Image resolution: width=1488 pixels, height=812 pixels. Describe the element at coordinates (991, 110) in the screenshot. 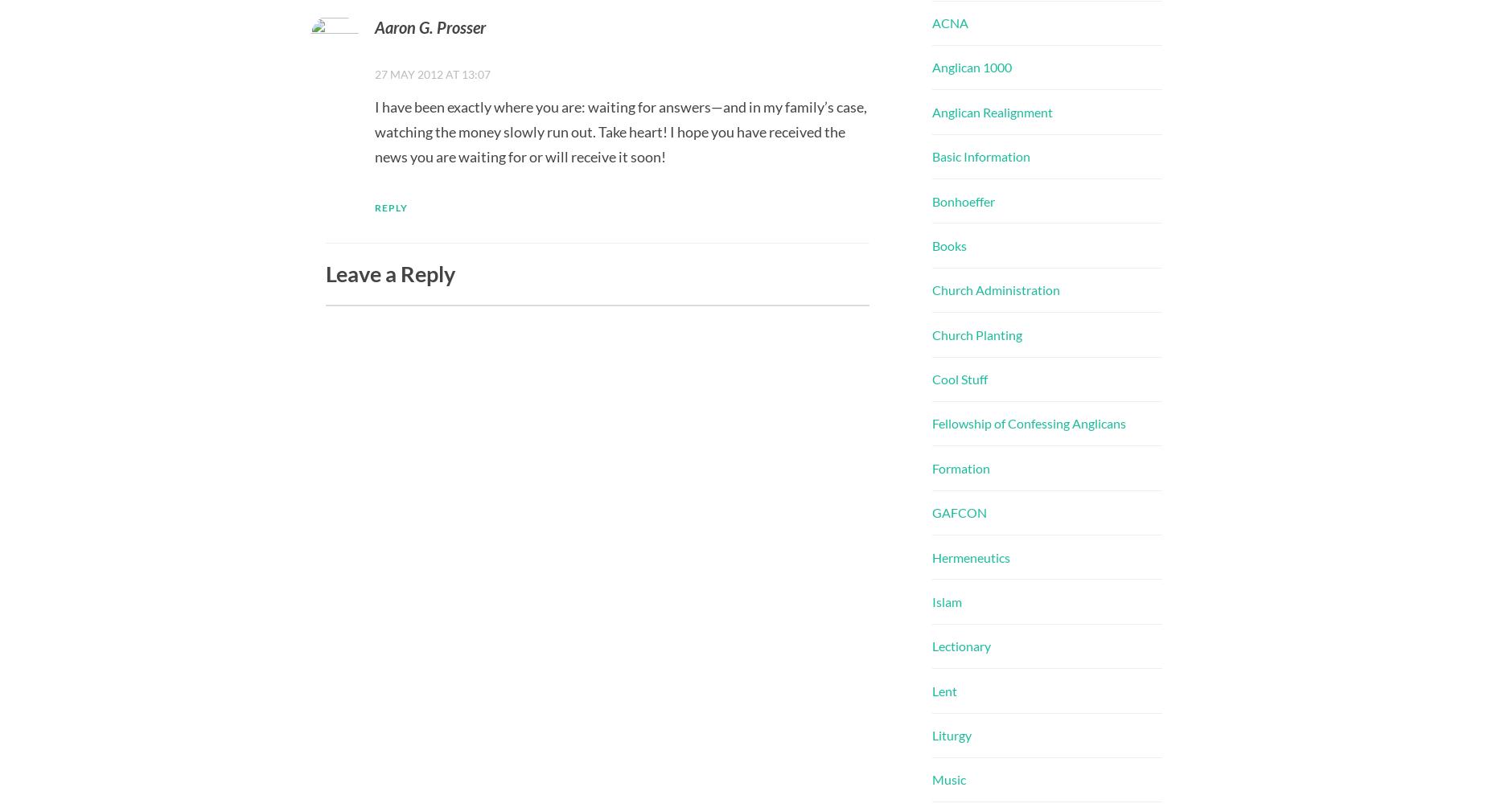

I see `'Anglican Realignment'` at that location.